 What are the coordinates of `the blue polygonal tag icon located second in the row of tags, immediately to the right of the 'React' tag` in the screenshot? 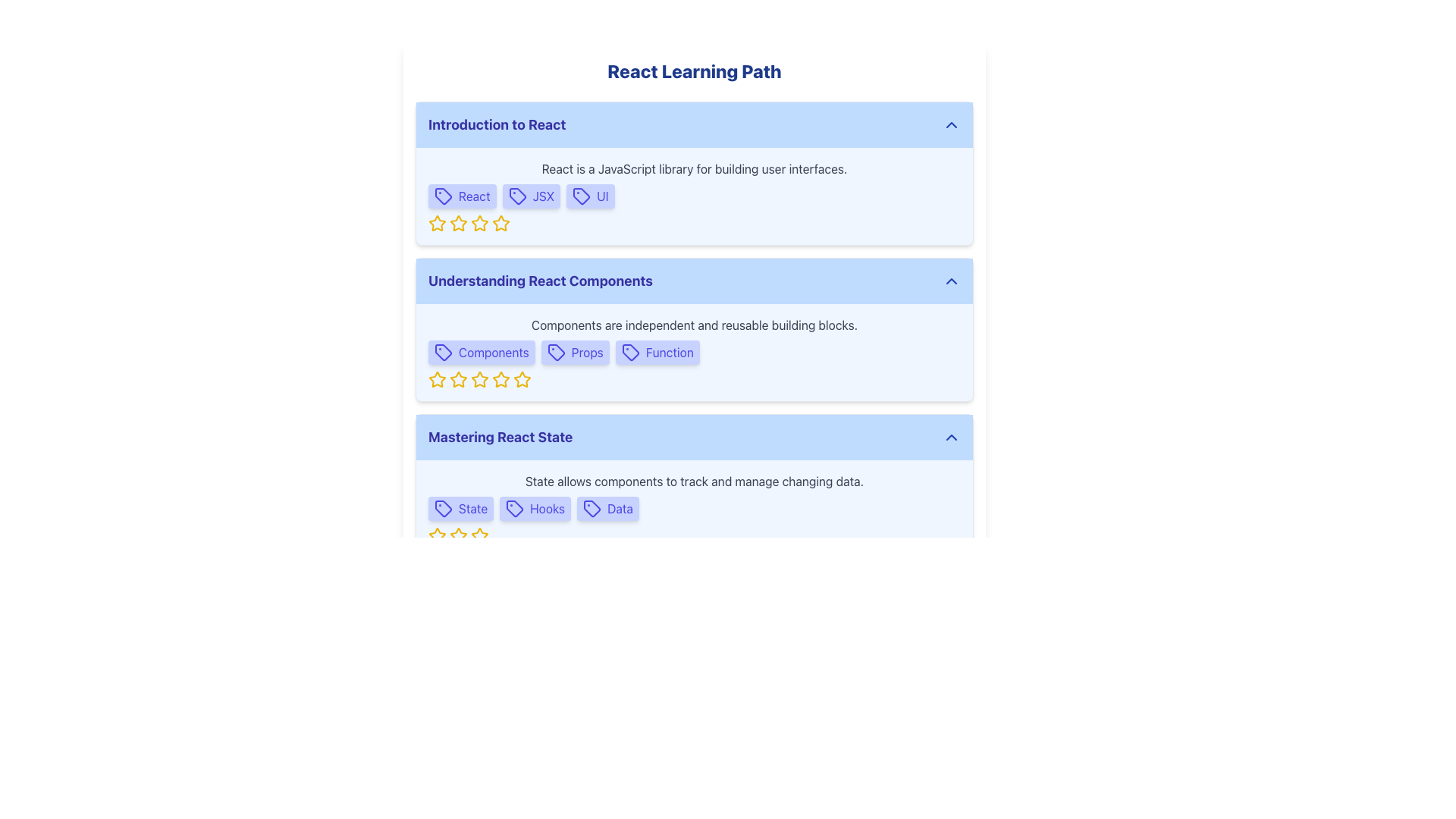 It's located at (517, 195).